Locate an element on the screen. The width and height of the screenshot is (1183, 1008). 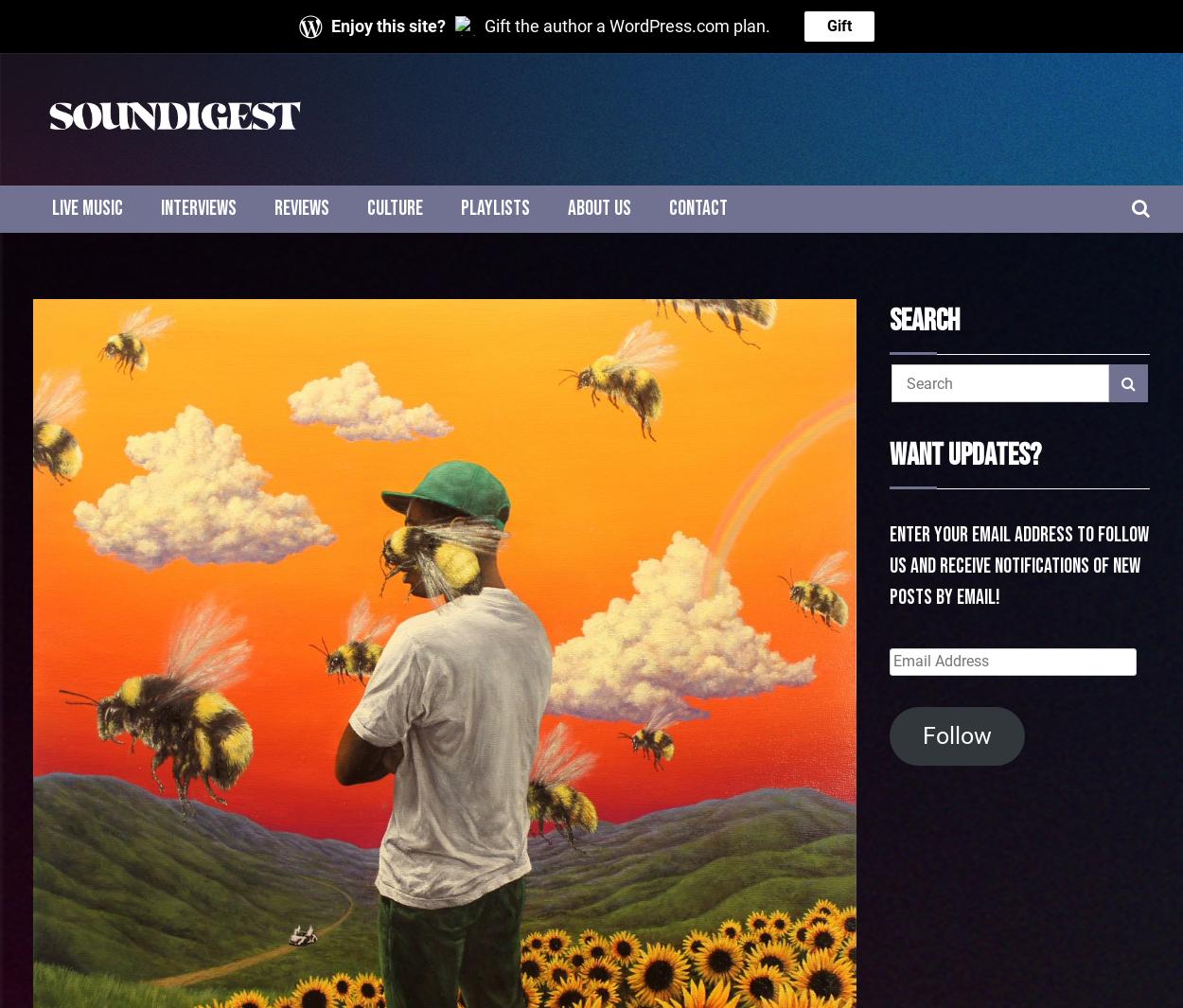
'Contact' is located at coordinates (697, 207).